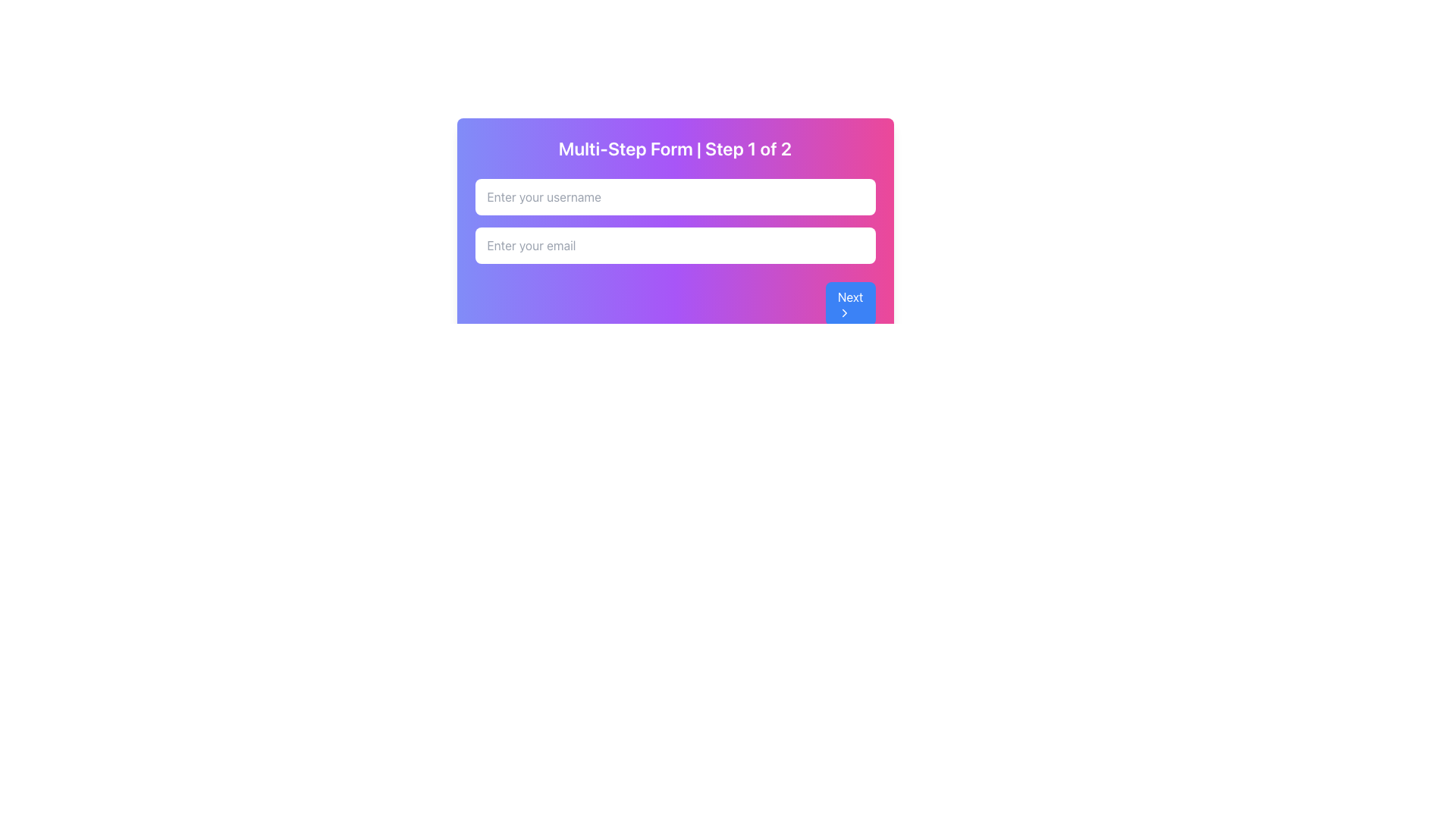 The height and width of the screenshot is (819, 1456). I want to click on the 'Next' button located in the bottom-right corner of the multi-step form interface, so click(843, 312).